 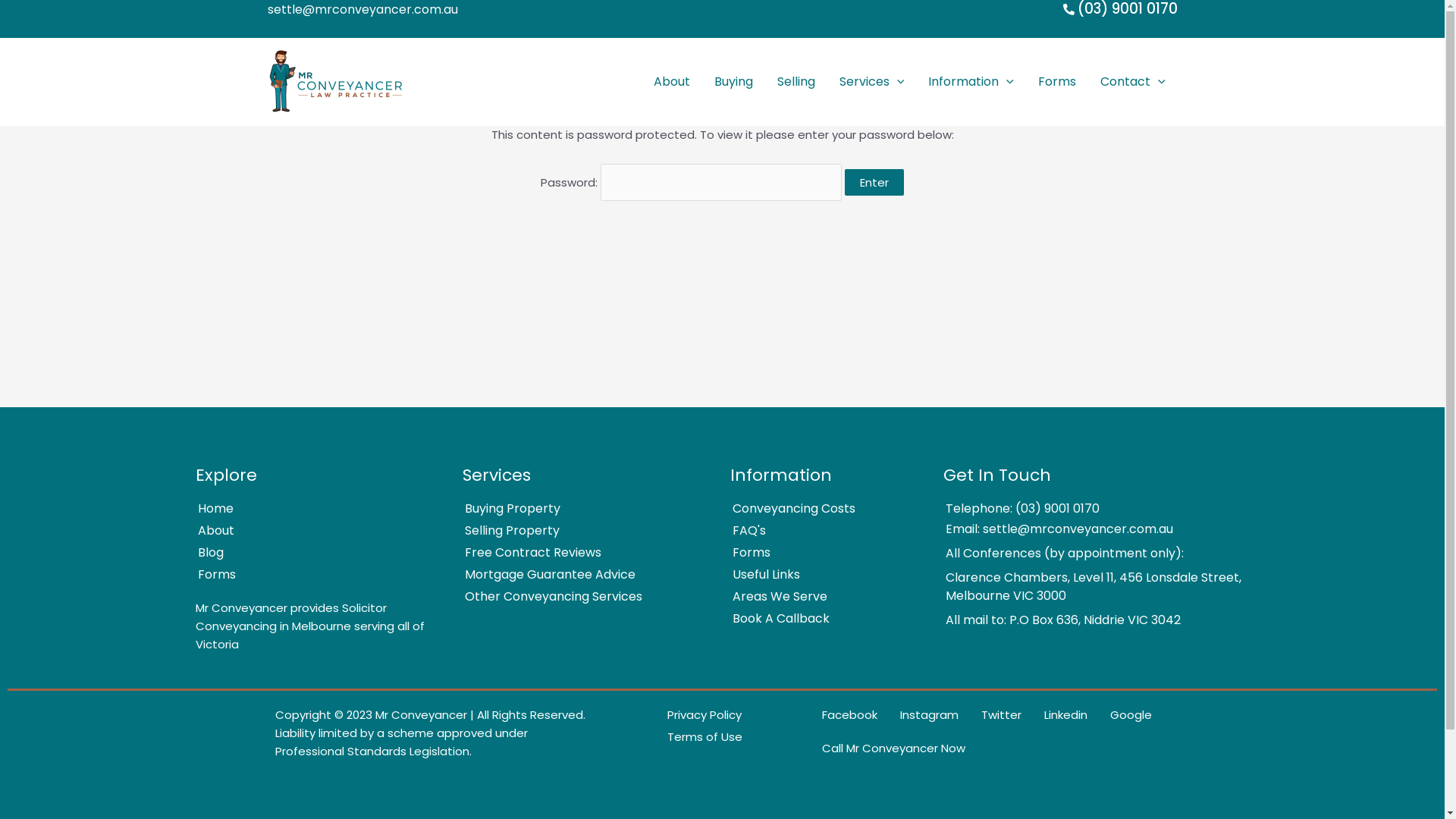 I want to click on 'Selling Property', so click(x=579, y=529).